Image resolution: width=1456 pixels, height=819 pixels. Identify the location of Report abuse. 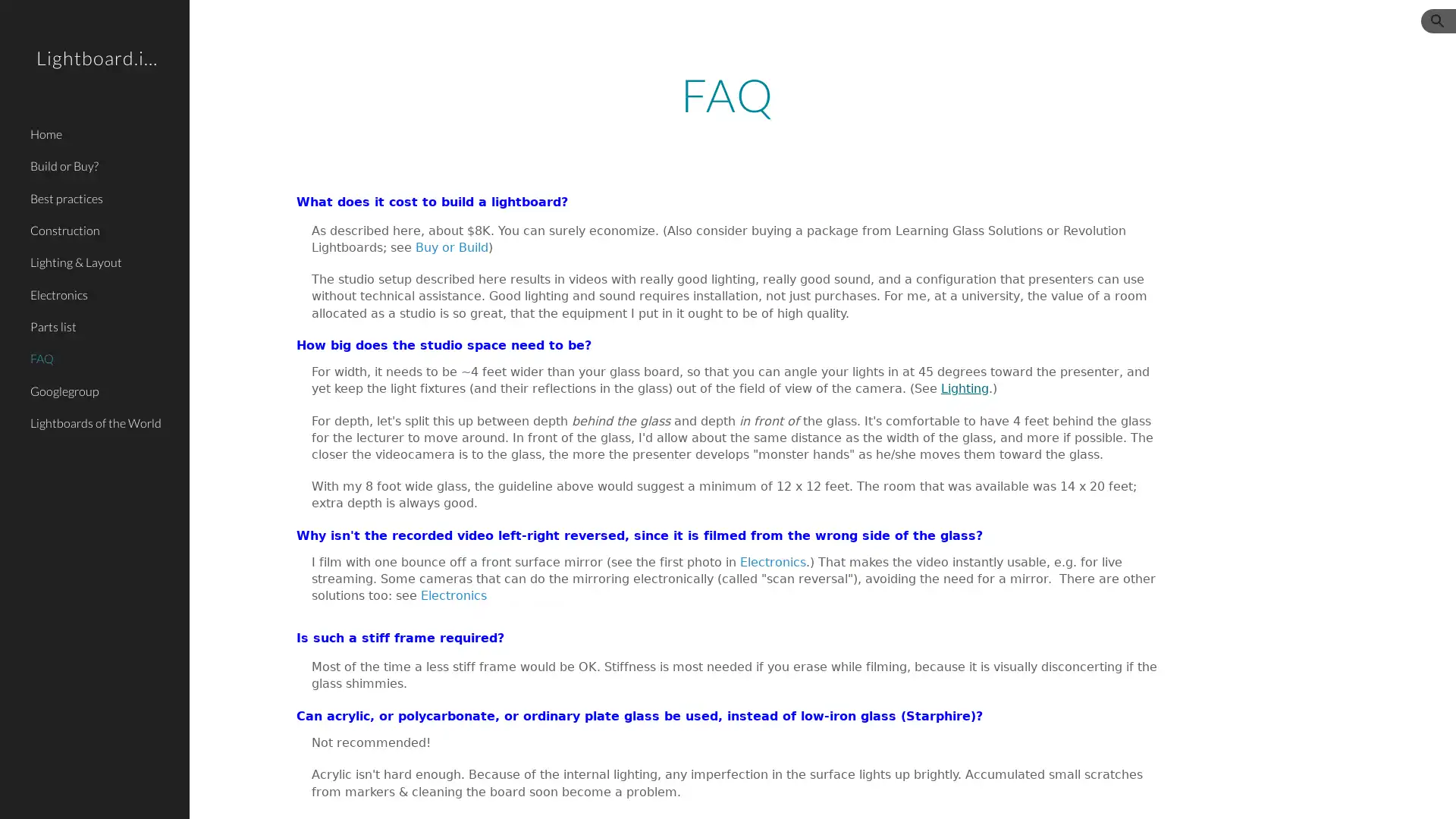
(372, 792).